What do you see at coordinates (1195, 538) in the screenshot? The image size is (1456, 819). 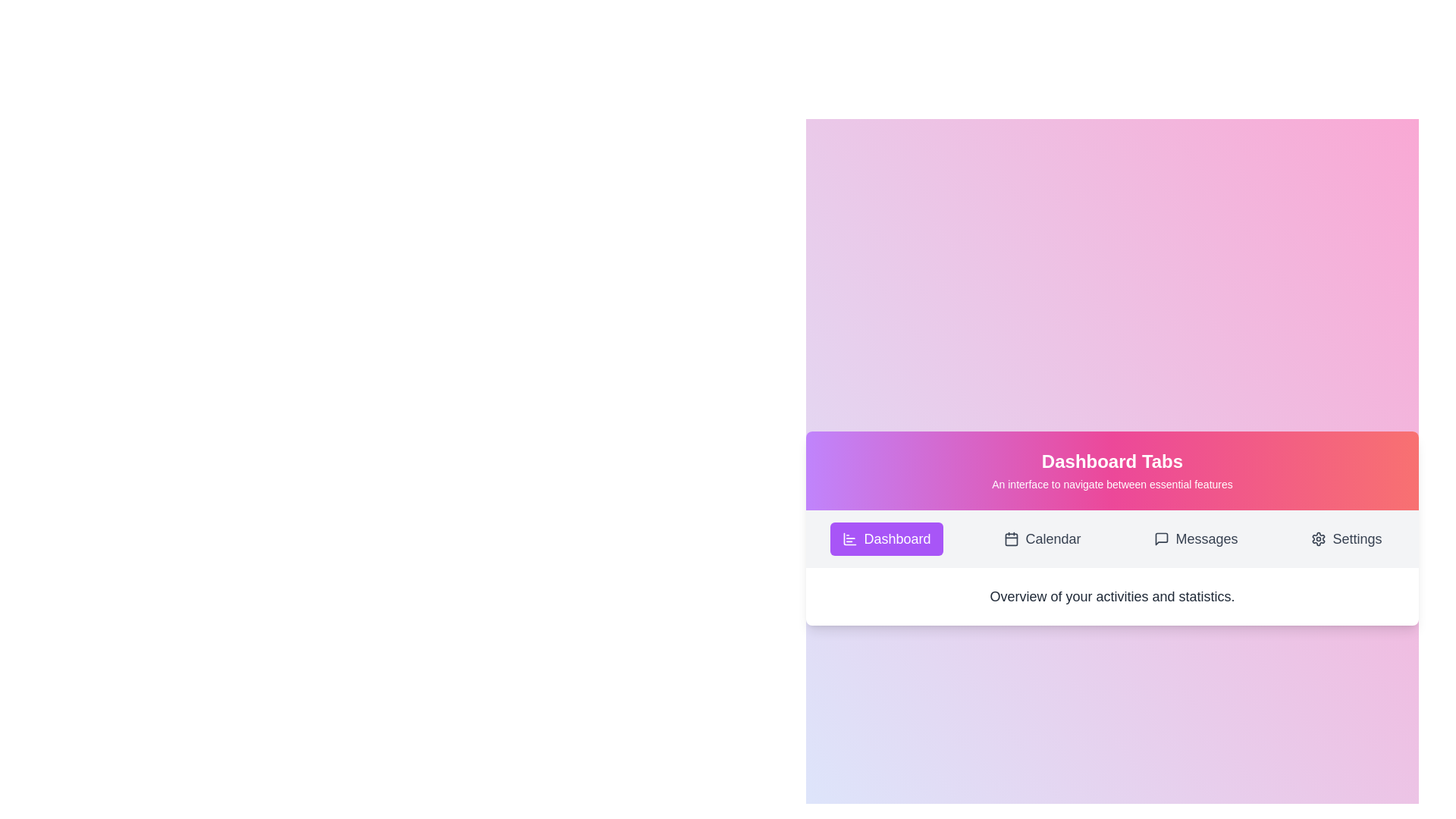 I see `the 'Messages' navigation button to change its background color` at bounding box center [1195, 538].